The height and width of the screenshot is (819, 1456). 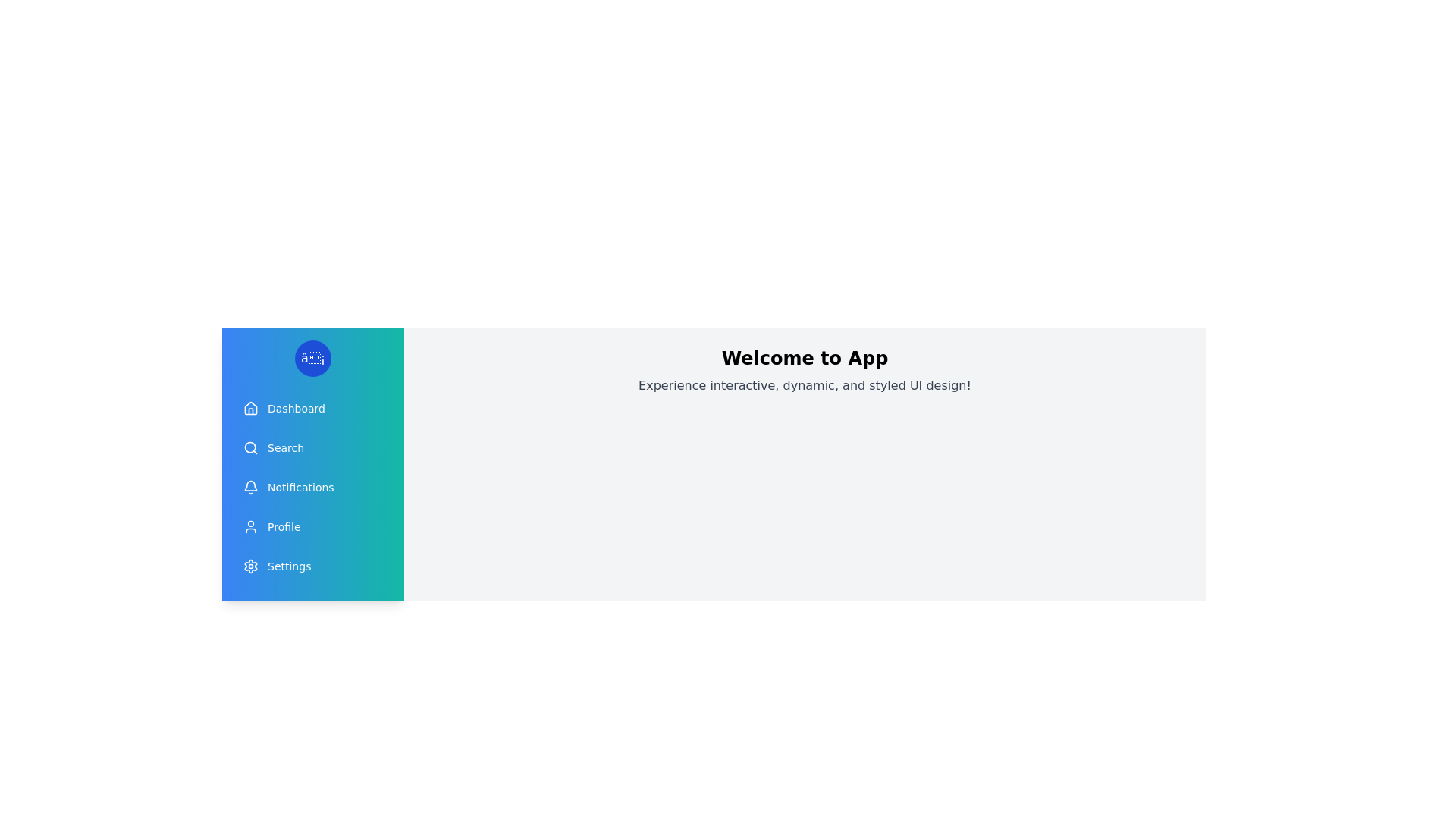 What do you see at coordinates (251, 488) in the screenshot?
I see `the icon corresponding to Notifications in the drawer` at bounding box center [251, 488].